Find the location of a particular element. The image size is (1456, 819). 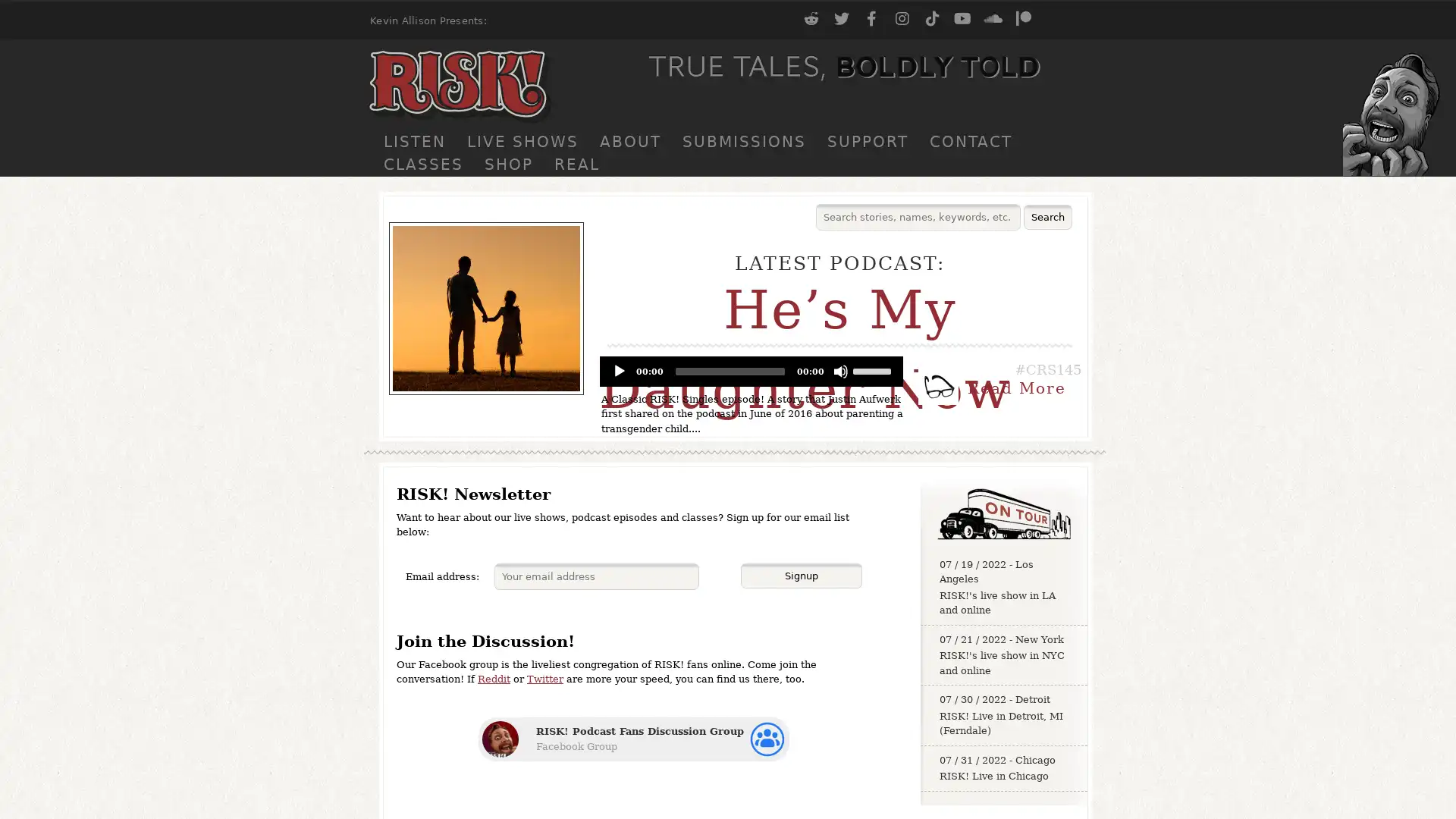

Mute is located at coordinates (839, 371).